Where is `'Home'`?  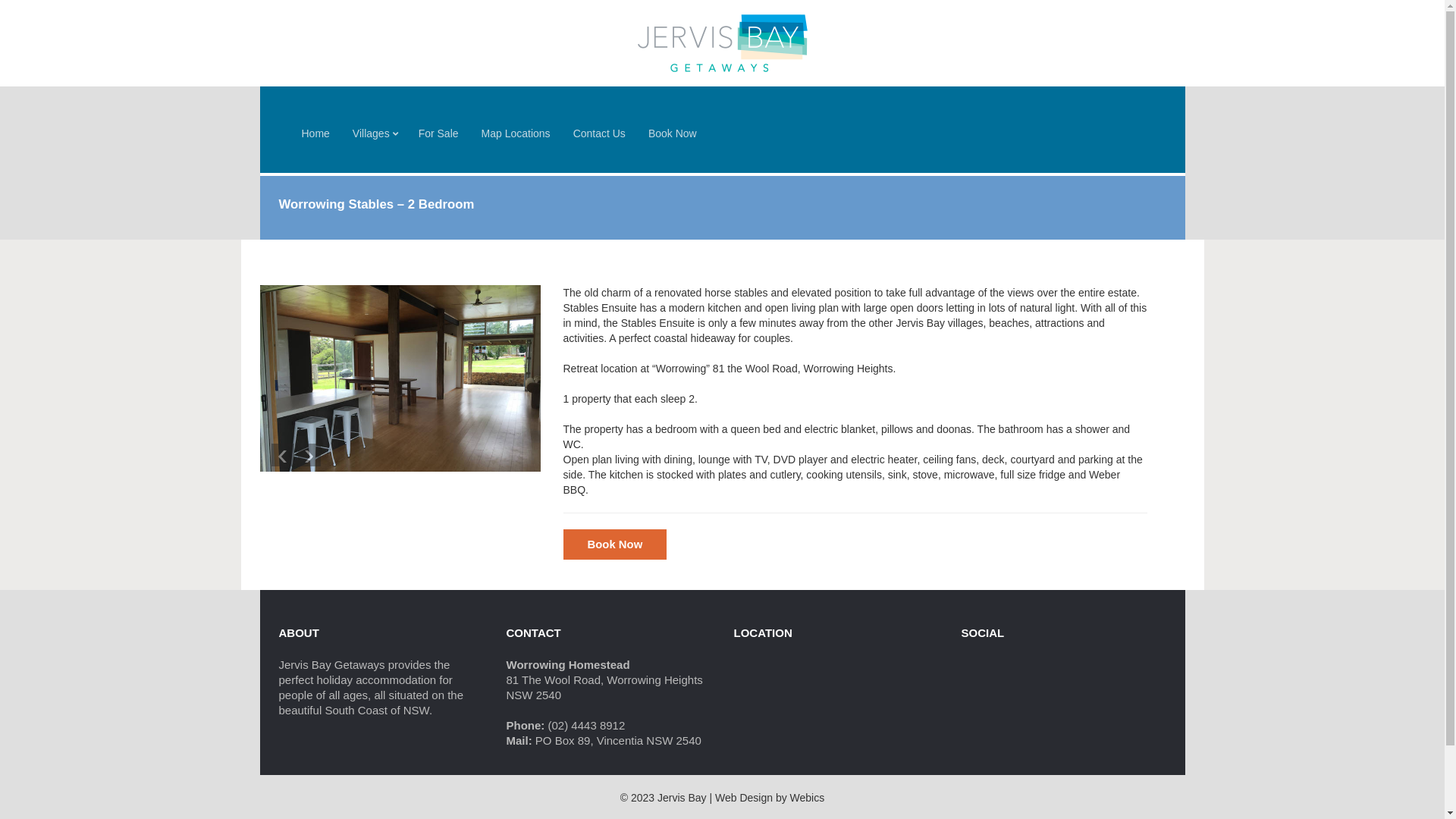 'Home' is located at coordinates (315, 133).